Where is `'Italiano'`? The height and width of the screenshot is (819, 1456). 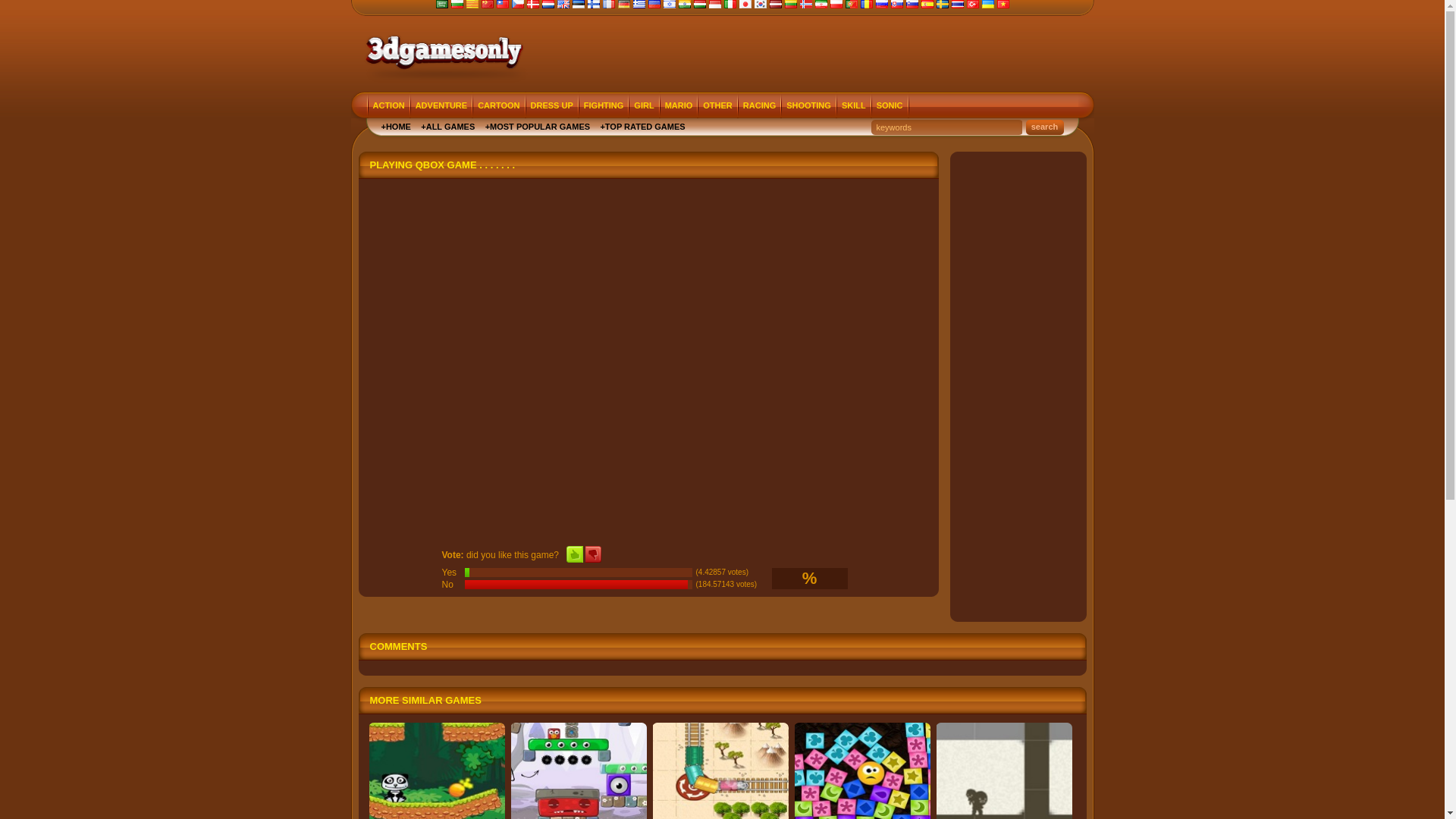
'Italiano' is located at coordinates (723, 5).